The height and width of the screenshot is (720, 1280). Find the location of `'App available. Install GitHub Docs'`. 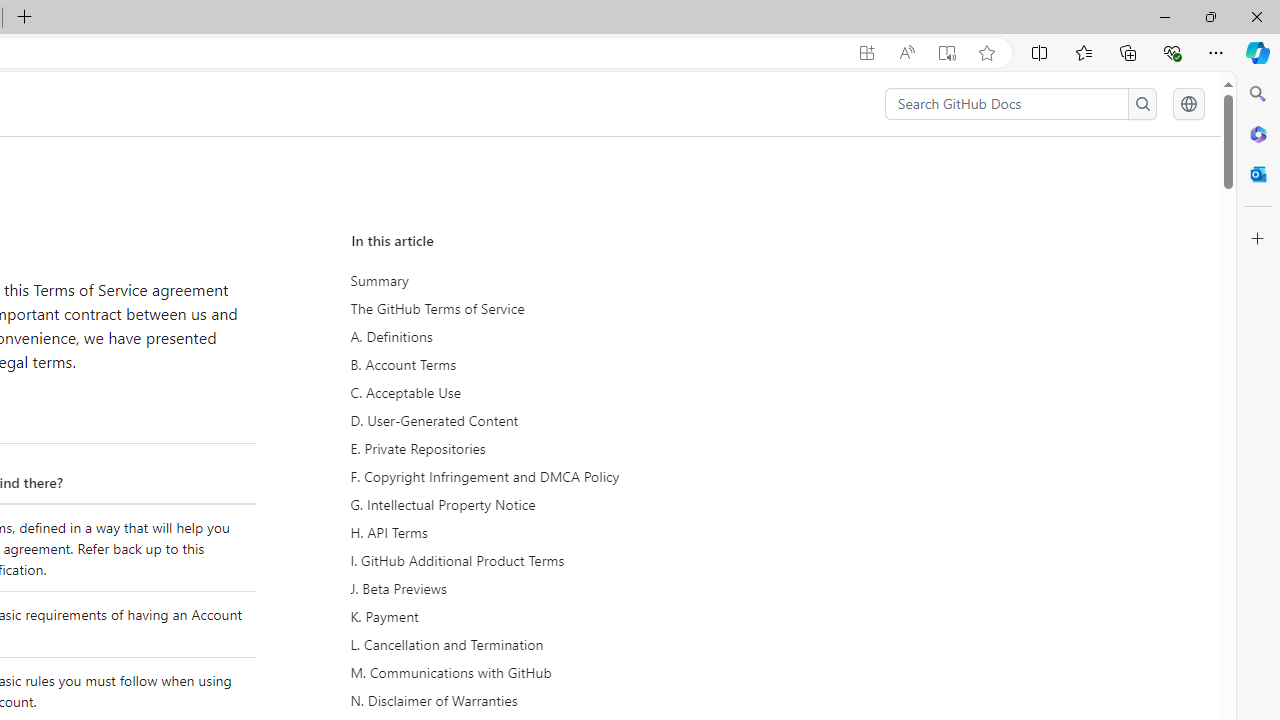

'App available. Install GitHub Docs' is located at coordinates (867, 52).